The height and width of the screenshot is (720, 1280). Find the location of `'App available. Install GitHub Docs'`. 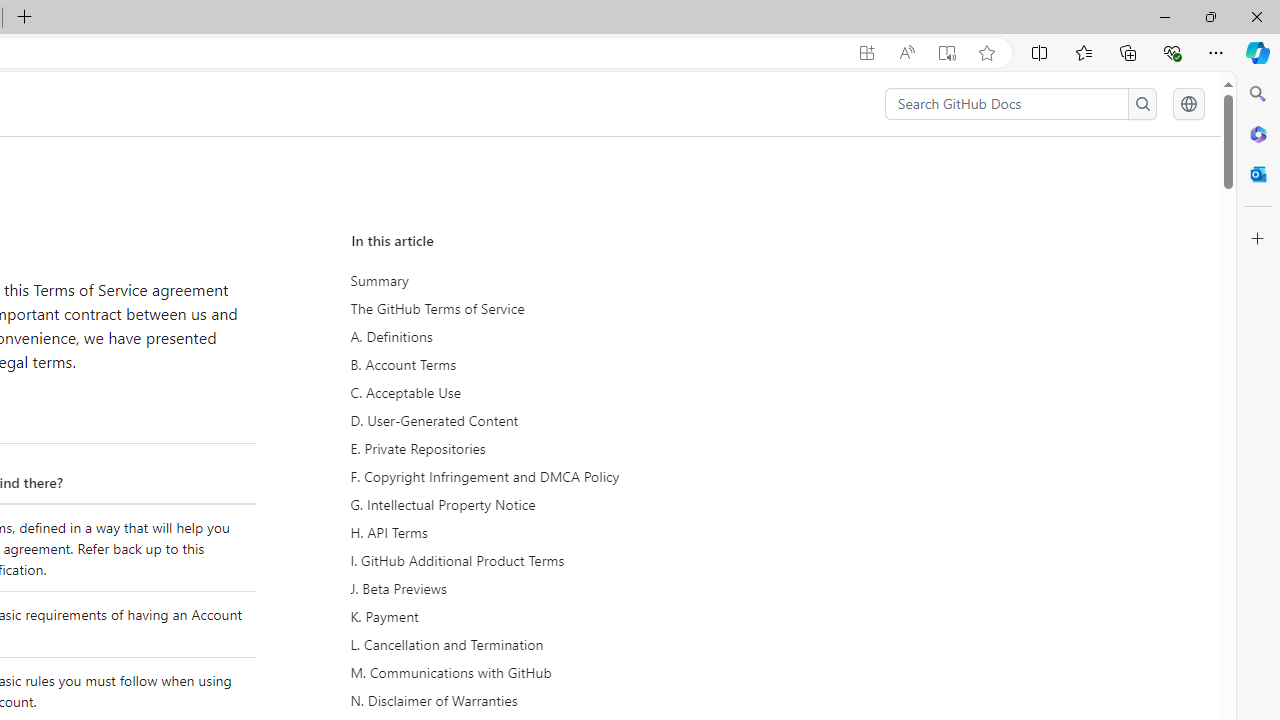

'App available. Install GitHub Docs' is located at coordinates (867, 52).